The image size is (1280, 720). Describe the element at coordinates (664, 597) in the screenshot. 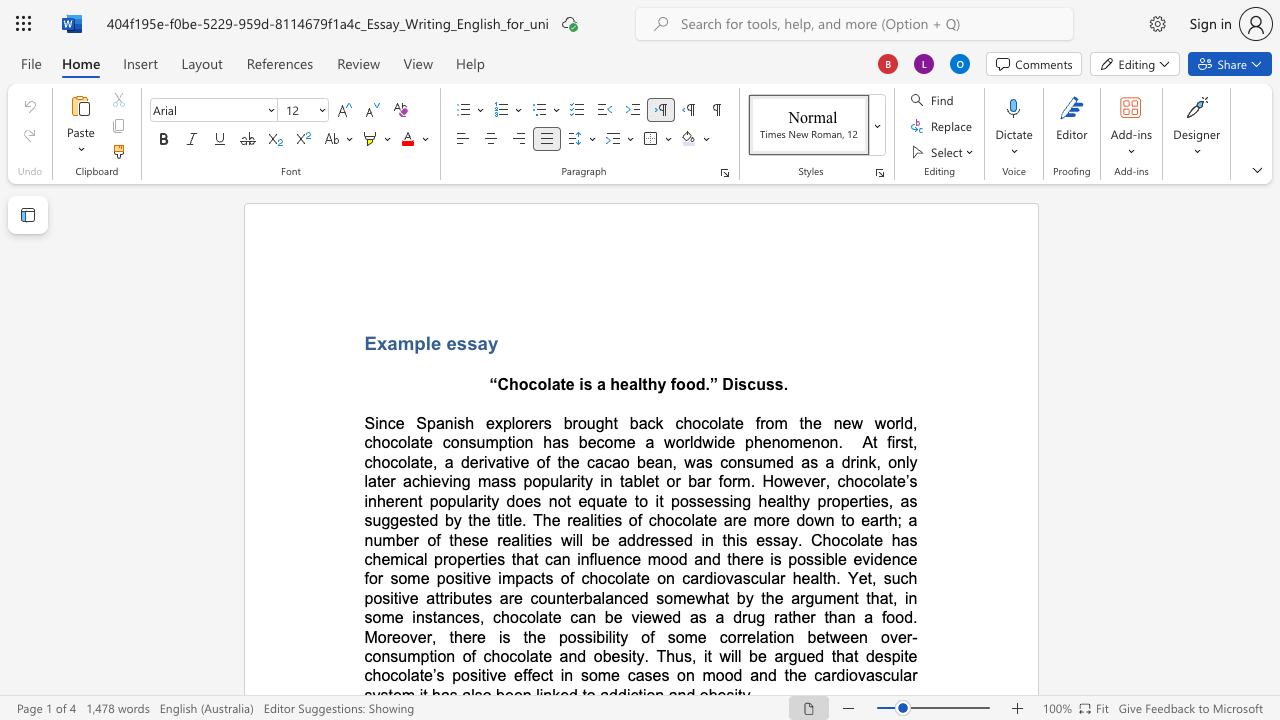

I see `the space between the continuous character "s" and "o" in the text` at that location.